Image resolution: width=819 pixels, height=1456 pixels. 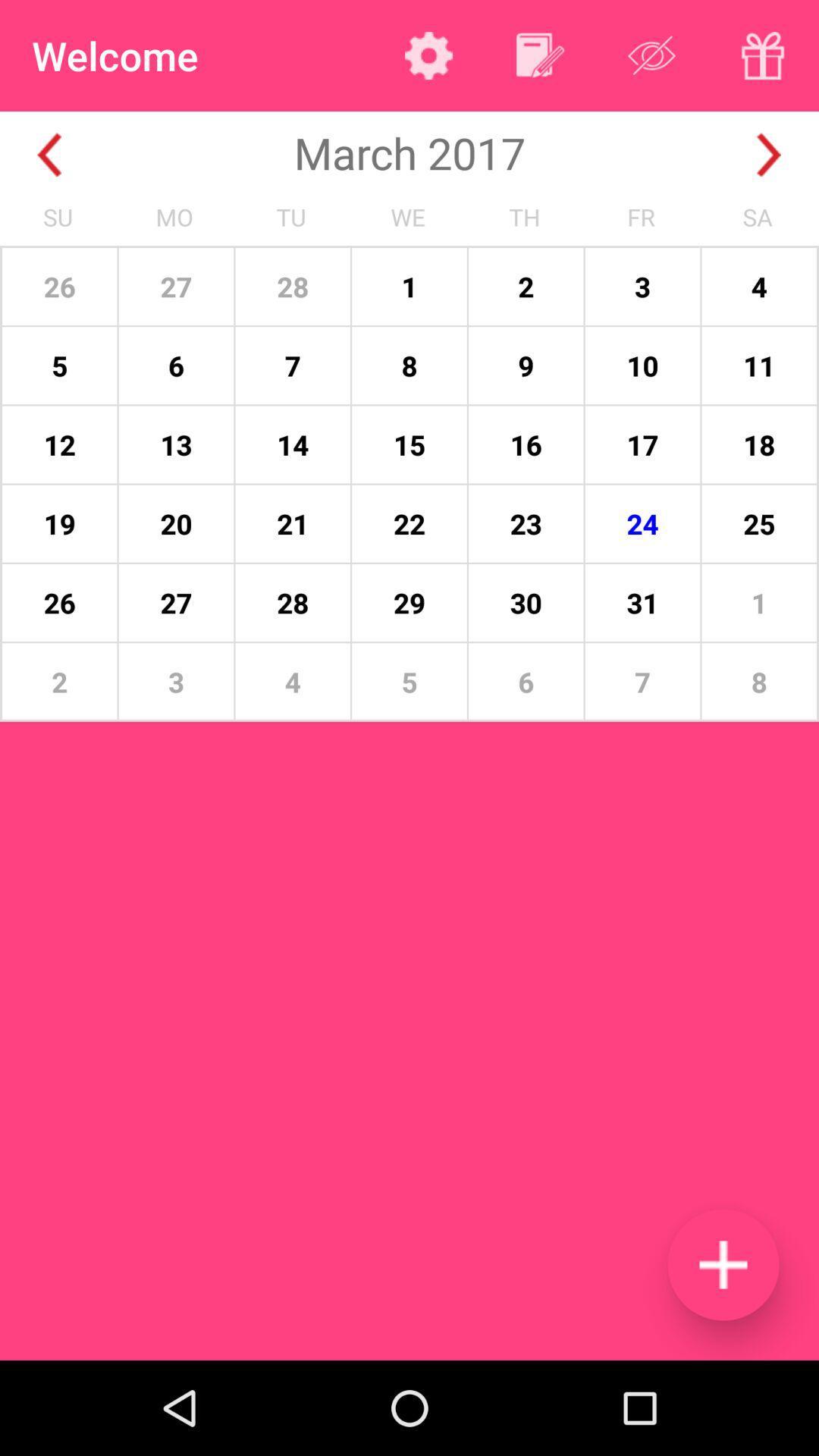 I want to click on event to calendar, so click(x=722, y=1264).